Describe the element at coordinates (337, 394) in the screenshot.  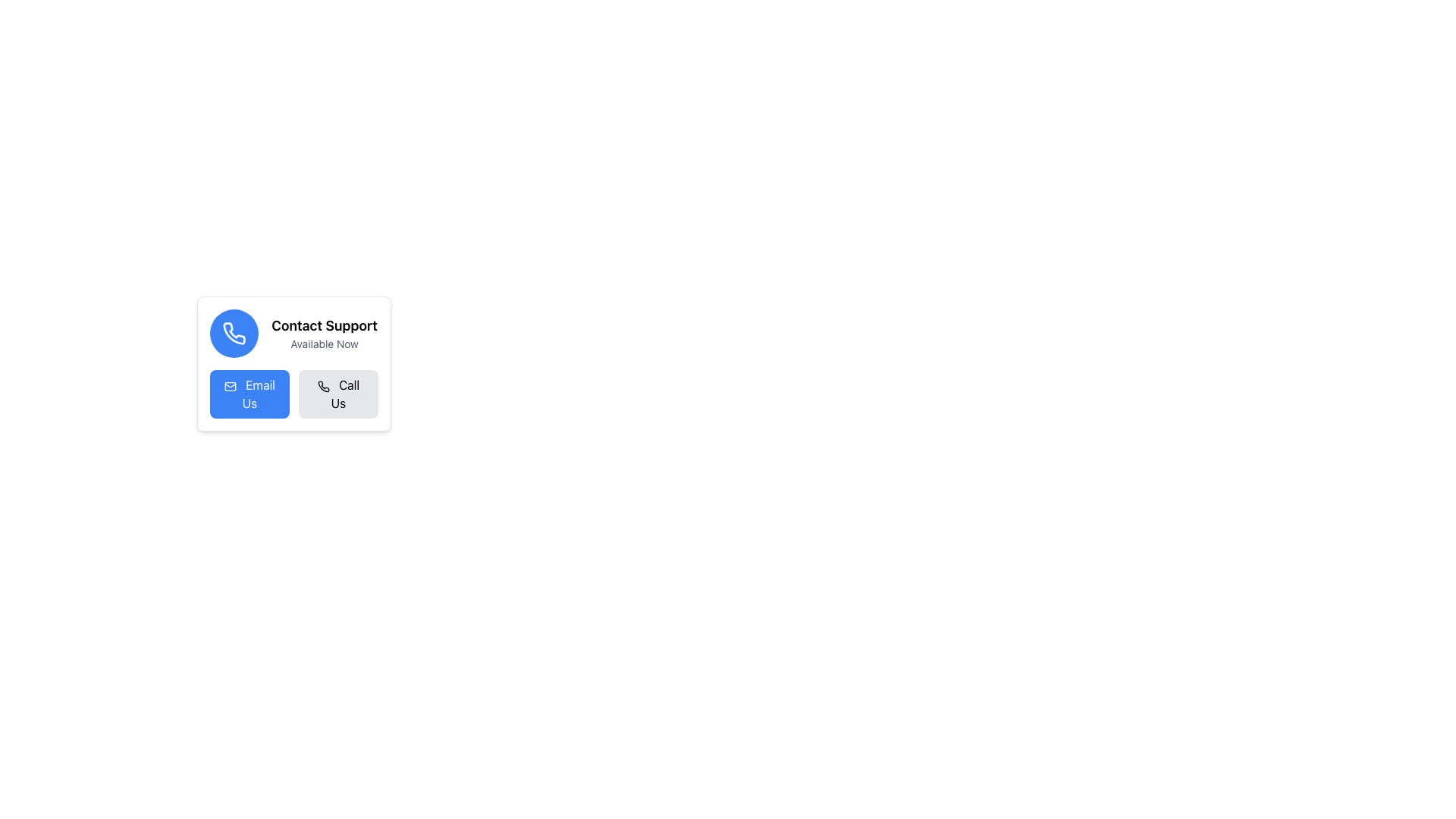
I see `the 'Call Us' button with a light gray background and rounded corners` at that location.